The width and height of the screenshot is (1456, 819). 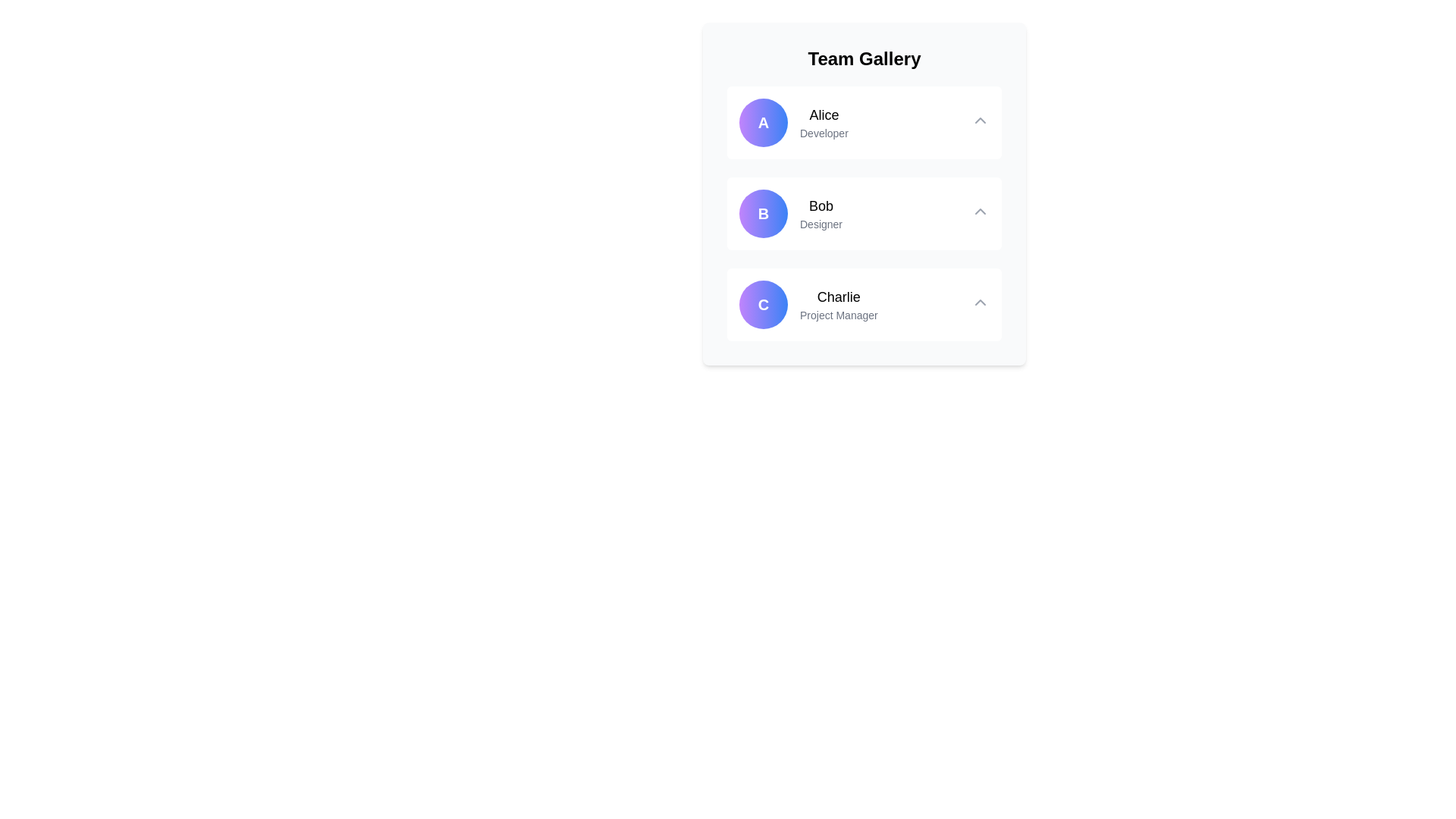 What do you see at coordinates (980, 304) in the screenshot?
I see `the small upward-facing chevron-shaped icon in gray located at the far right of the row for 'Charlie - Project Manager'` at bounding box center [980, 304].